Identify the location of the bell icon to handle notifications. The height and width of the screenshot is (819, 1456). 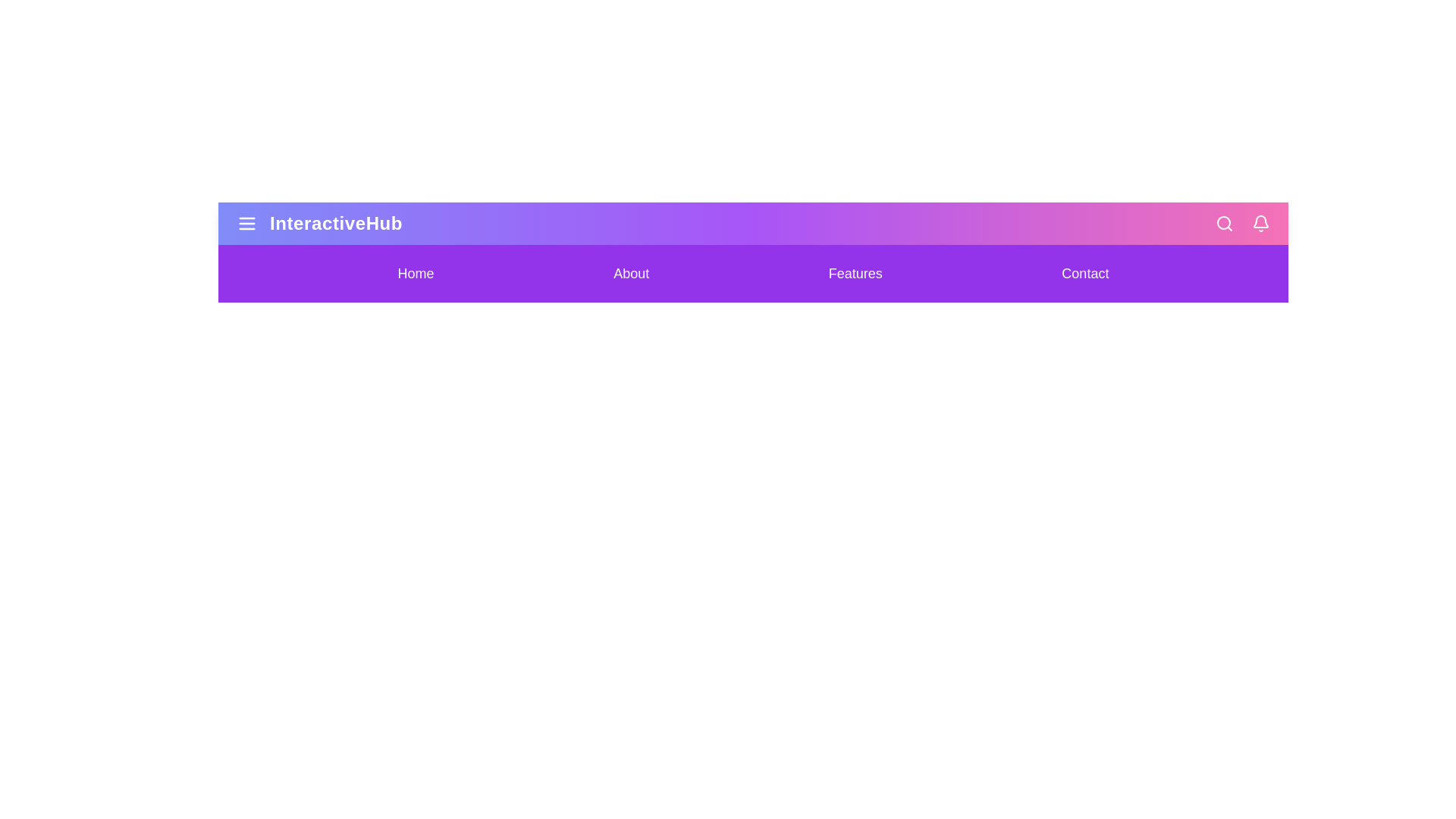
(1260, 223).